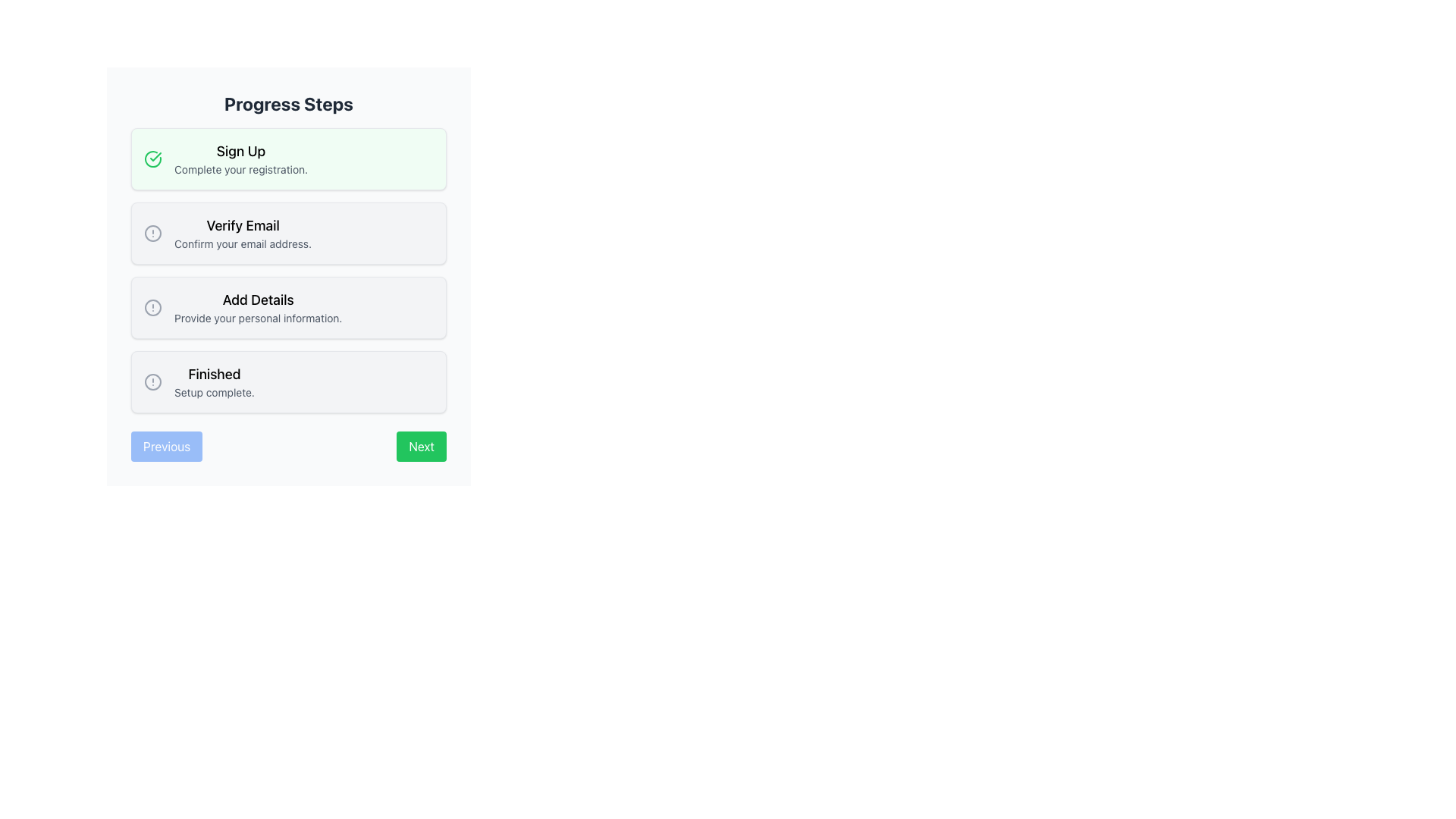 This screenshot has height=819, width=1456. What do you see at coordinates (214, 374) in the screenshot?
I see `text element labeled 'Finished' which is styled with a large font size and medium weight, appearing in black on a white background, located in the bottom section of the progress navigation interface` at bounding box center [214, 374].